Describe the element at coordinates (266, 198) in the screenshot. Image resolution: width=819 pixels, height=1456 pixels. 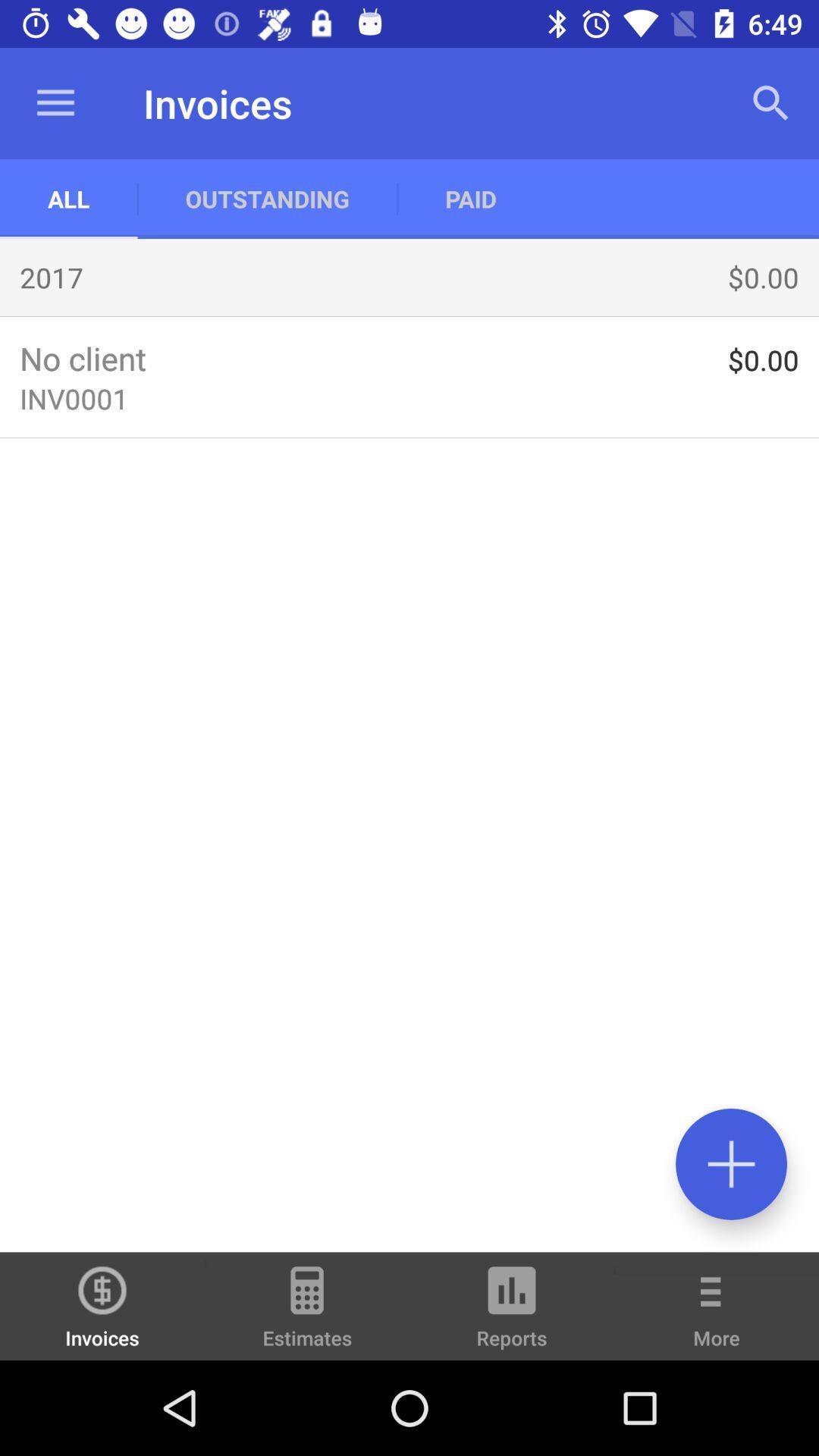
I see `outstanding item` at that location.